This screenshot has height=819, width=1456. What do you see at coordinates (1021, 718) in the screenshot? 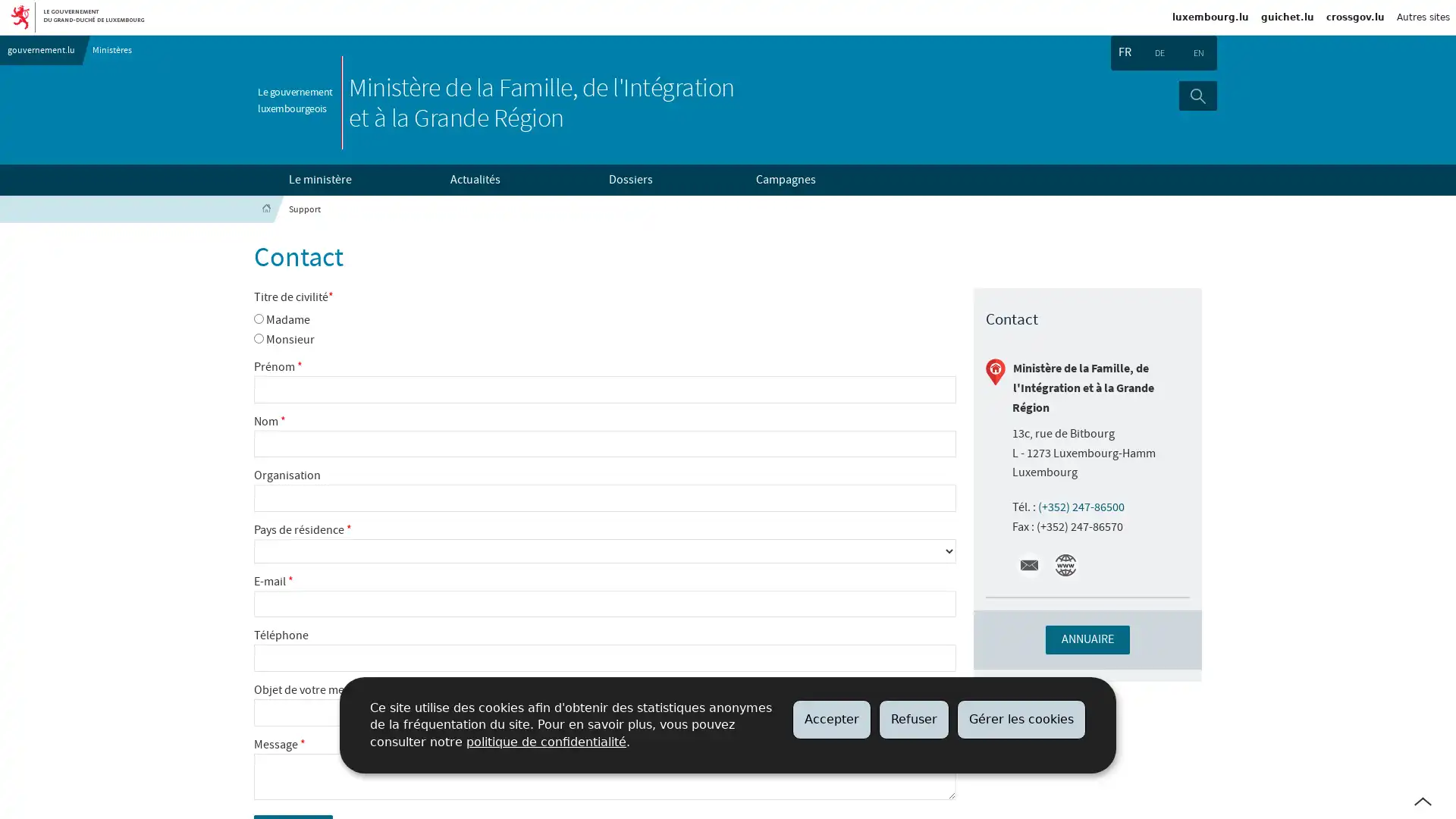
I see `Gerer les cookies` at bounding box center [1021, 718].